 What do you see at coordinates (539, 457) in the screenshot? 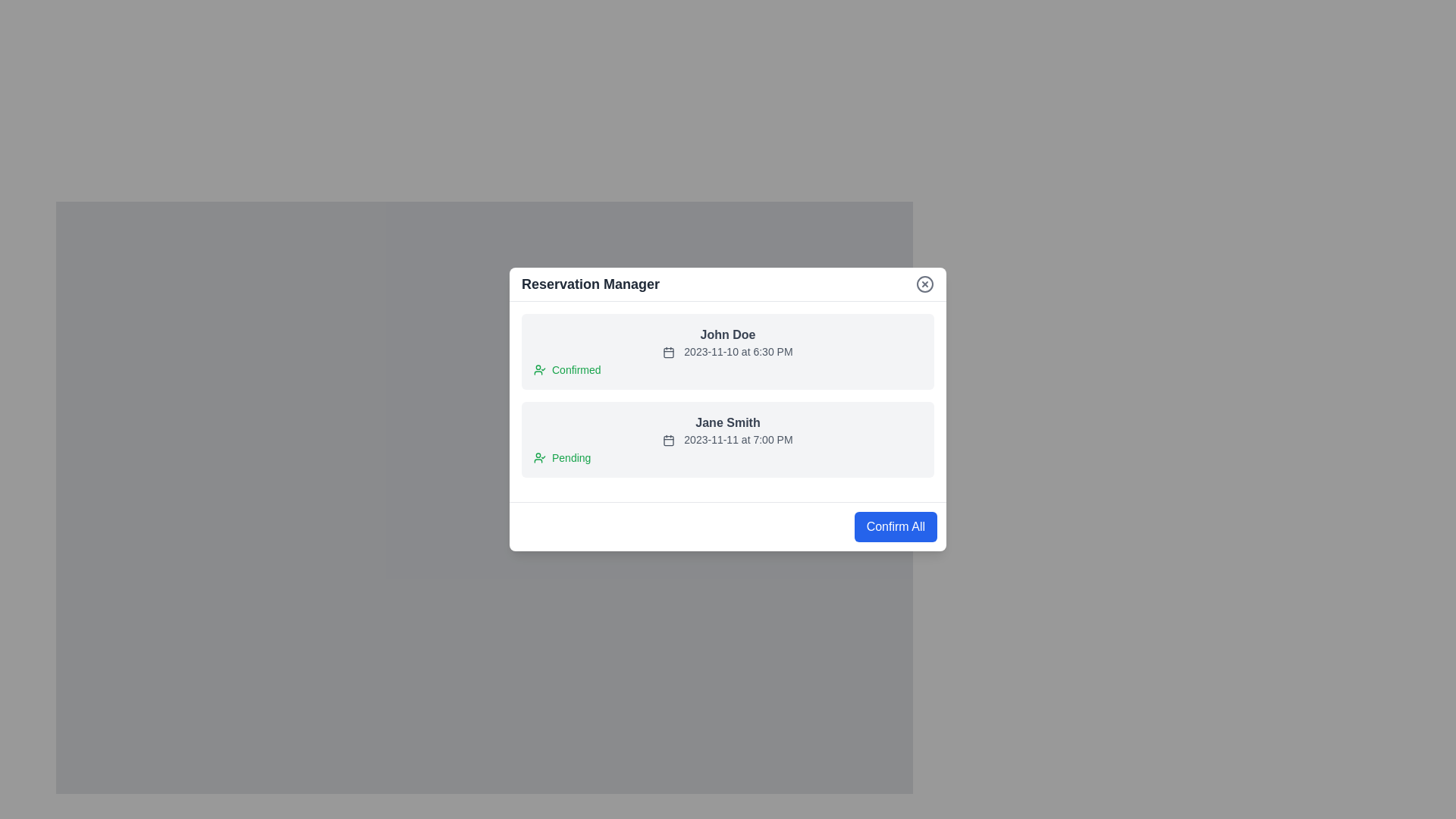
I see `user check icon styled in green next to the label 'Pending' under 'Jane Smith' in the reservation list` at bounding box center [539, 457].